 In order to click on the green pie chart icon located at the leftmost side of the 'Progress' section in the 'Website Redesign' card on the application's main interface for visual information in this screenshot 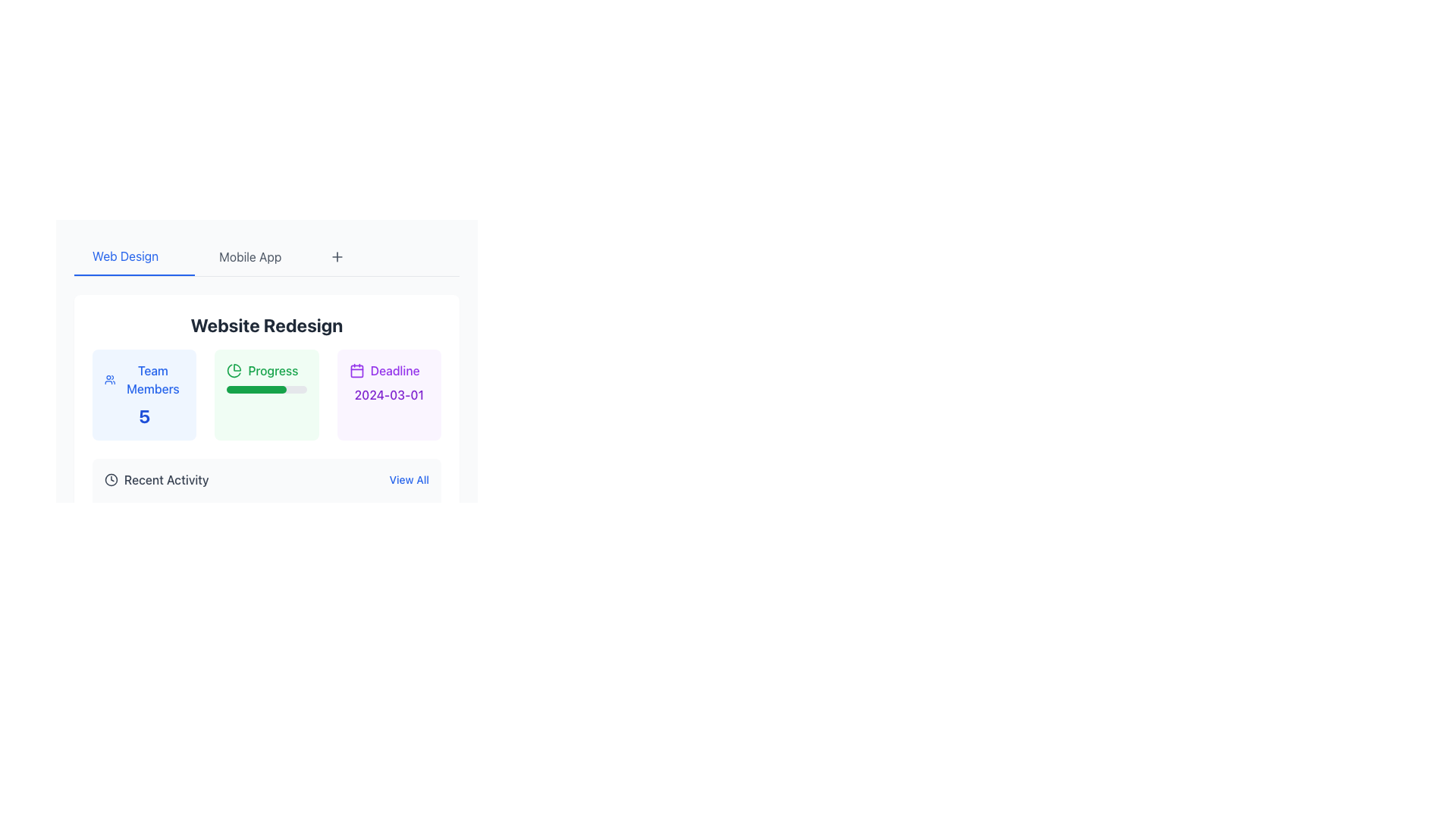, I will do `click(234, 371)`.